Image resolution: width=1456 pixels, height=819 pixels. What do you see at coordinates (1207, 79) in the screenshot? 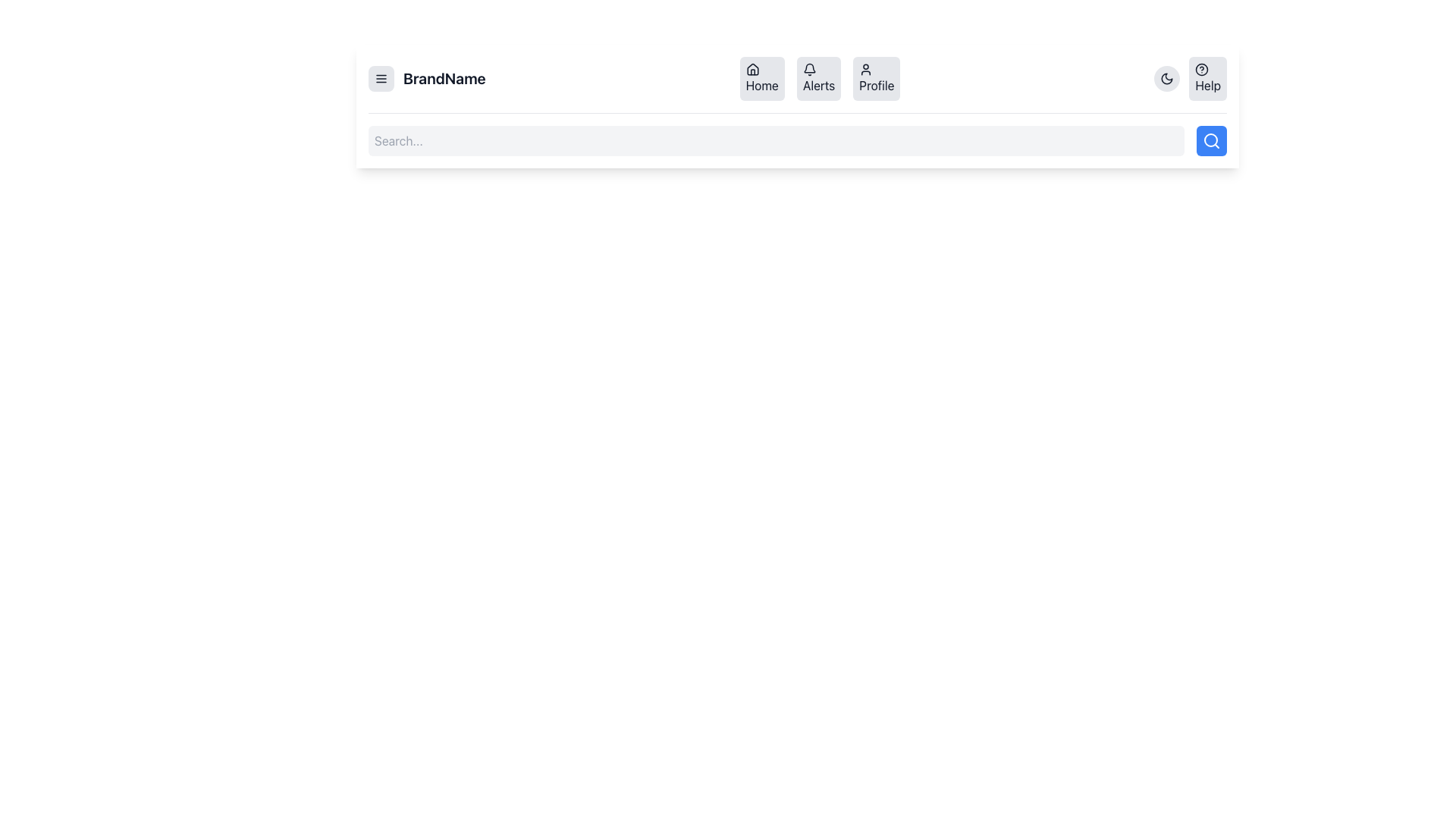
I see `the rounded rectangular 'Help' button with a light gray background and a black question mark icon` at bounding box center [1207, 79].